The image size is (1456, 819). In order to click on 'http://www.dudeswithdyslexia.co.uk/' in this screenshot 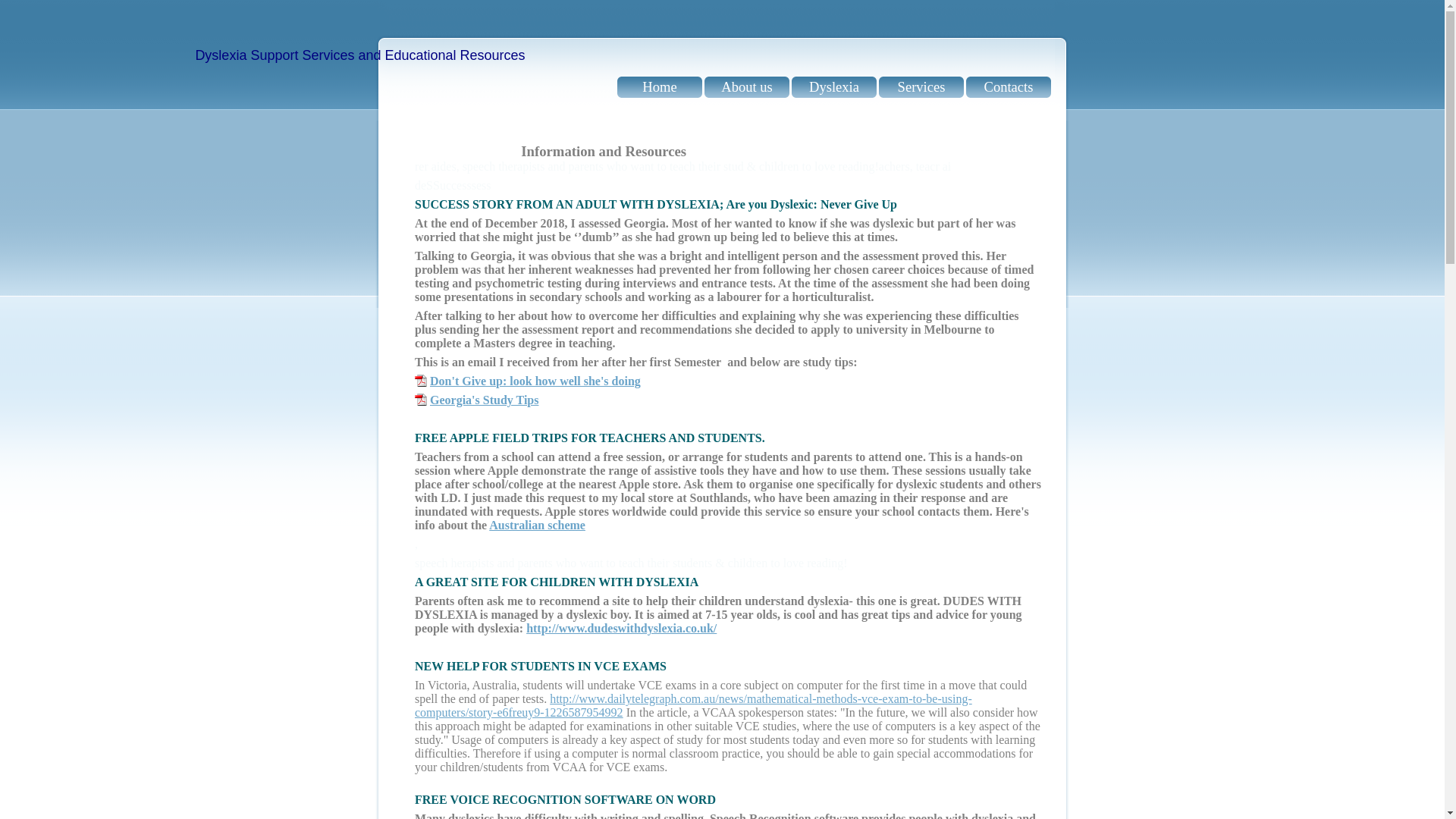, I will do `click(526, 628)`.